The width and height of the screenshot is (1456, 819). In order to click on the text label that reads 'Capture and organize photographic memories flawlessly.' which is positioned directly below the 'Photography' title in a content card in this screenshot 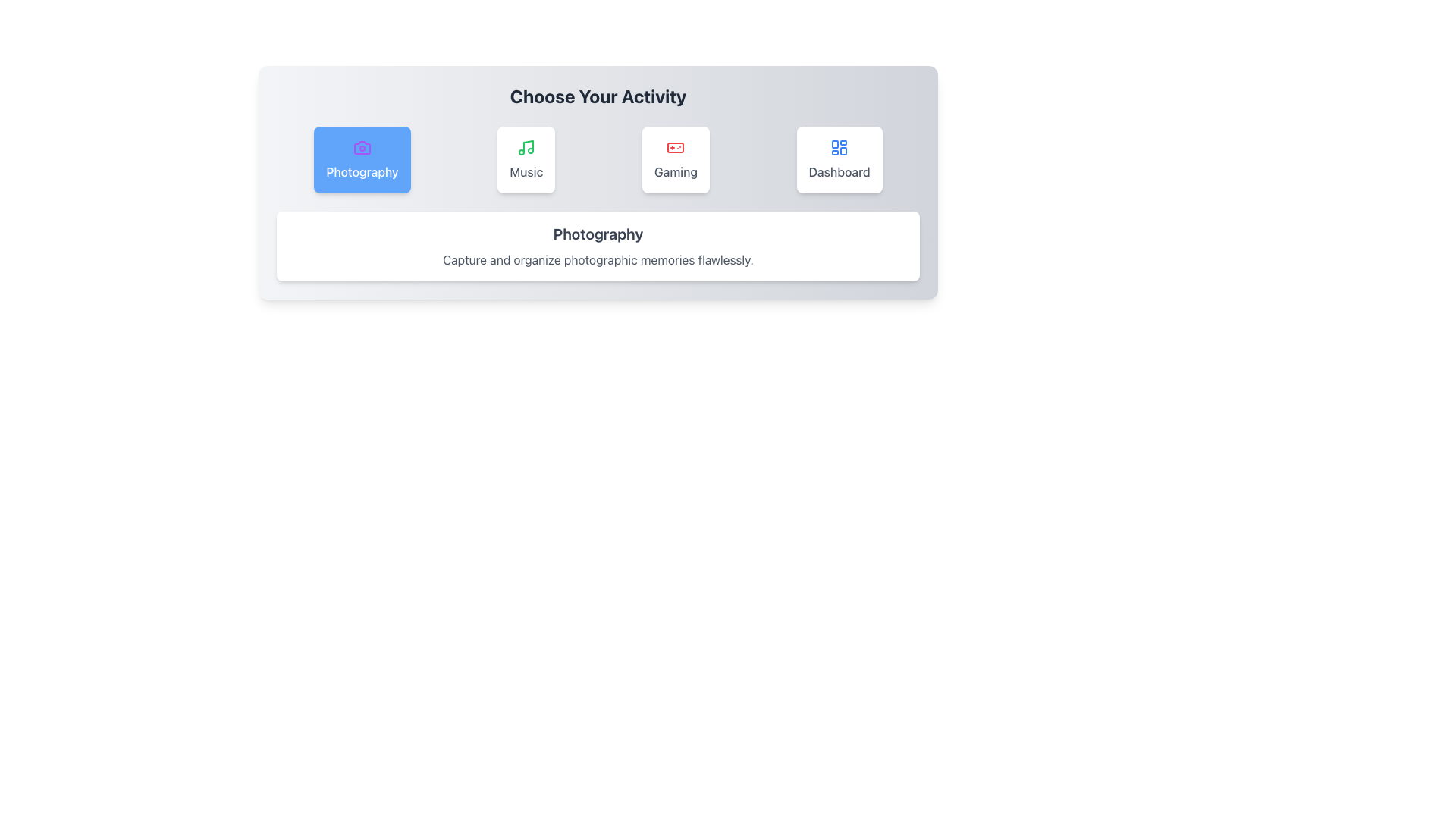, I will do `click(597, 259)`.